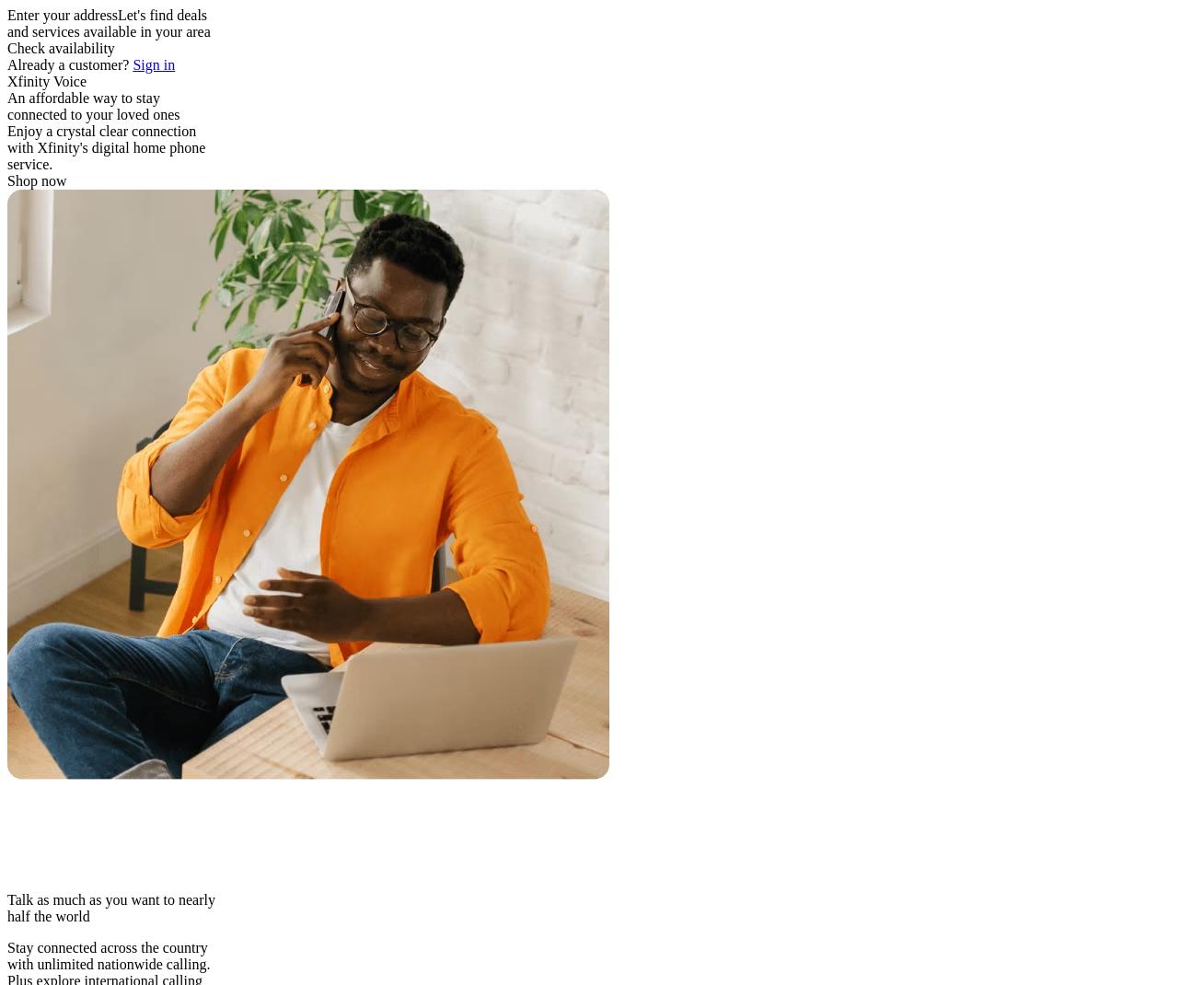 Image resolution: width=1204 pixels, height=985 pixels. I want to click on 'Talk as much as you want to', so click(91, 898).